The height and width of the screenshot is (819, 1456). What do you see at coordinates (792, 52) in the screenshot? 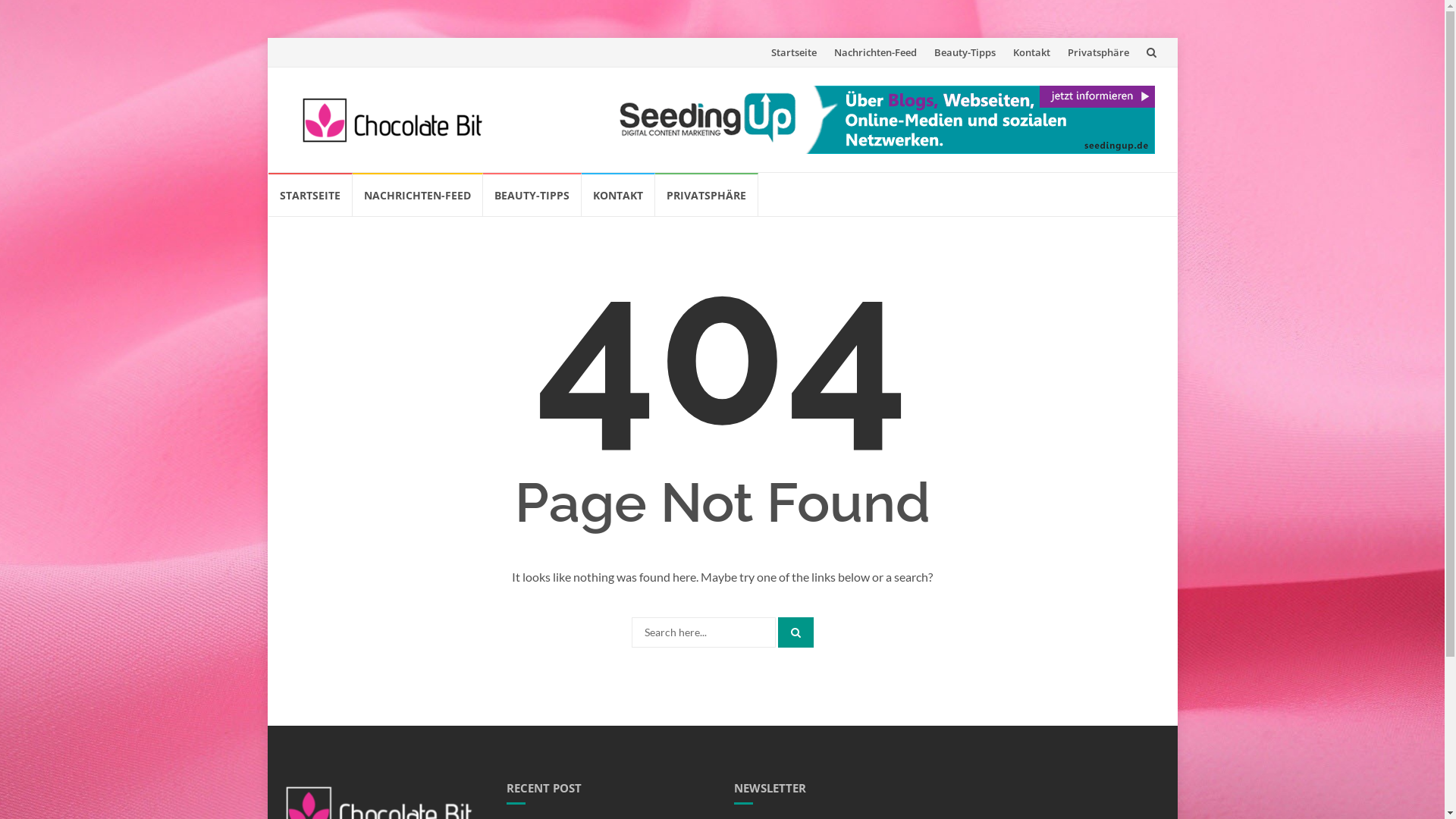
I see `'Startseite'` at bounding box center [792, 52].